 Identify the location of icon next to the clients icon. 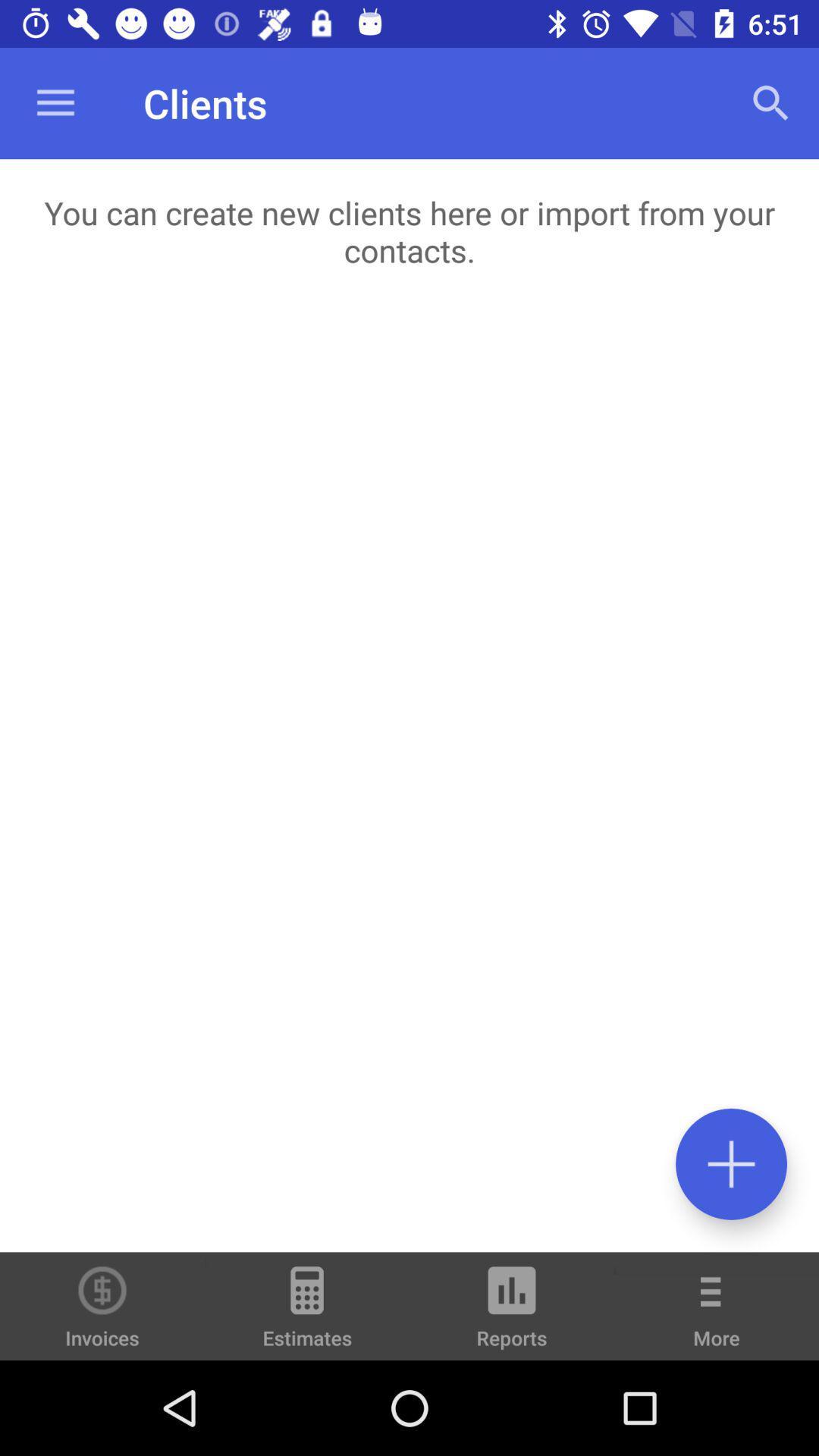
(771, 102).